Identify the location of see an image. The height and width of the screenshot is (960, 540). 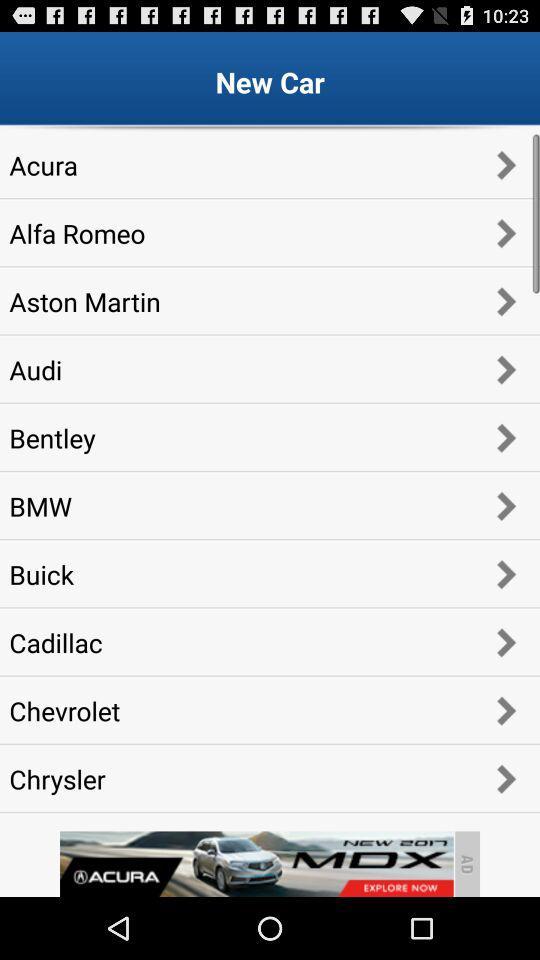
(256, 863).